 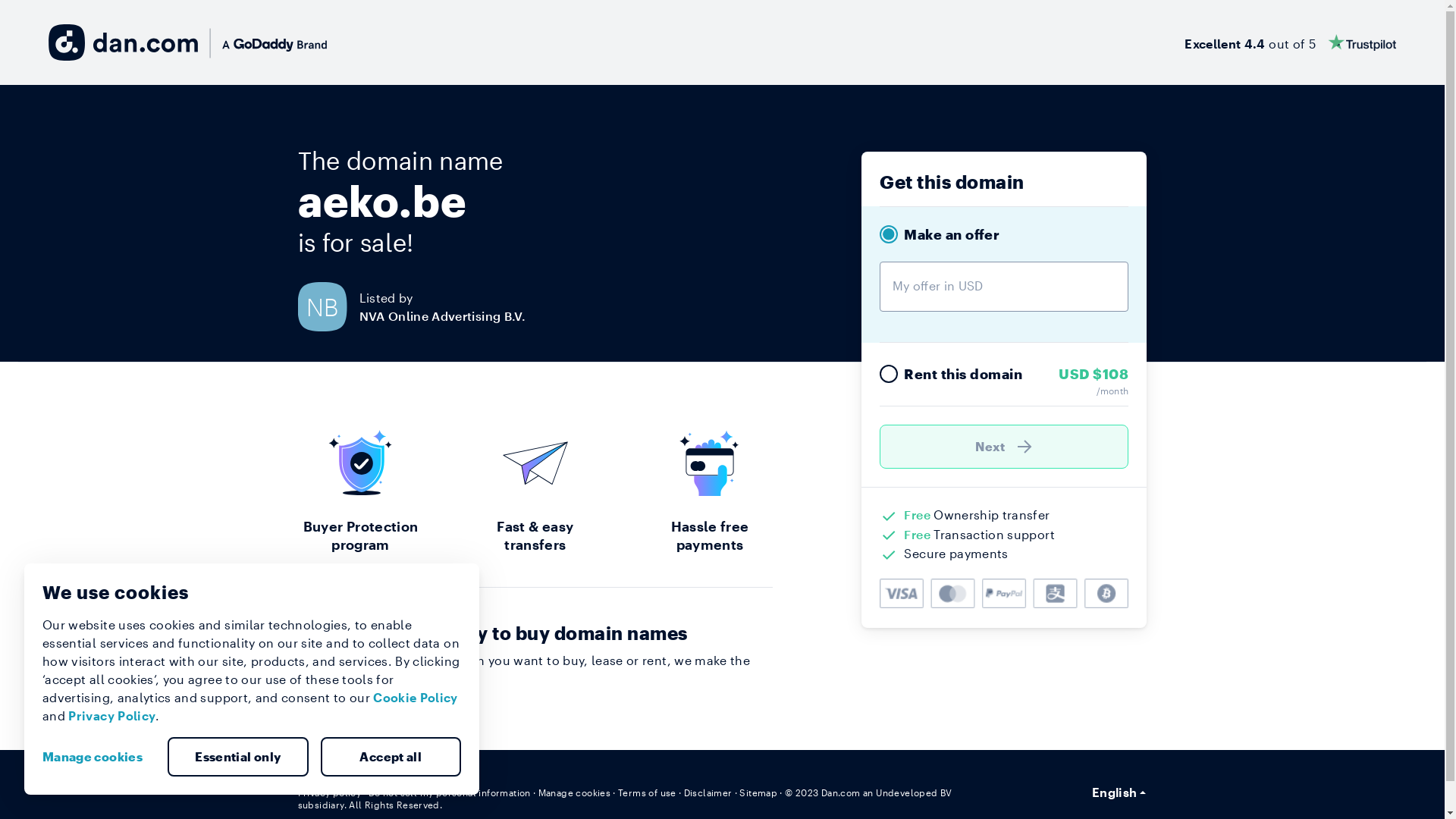 I want to click on 'Cookie Policy', so click(x=415, y=697).